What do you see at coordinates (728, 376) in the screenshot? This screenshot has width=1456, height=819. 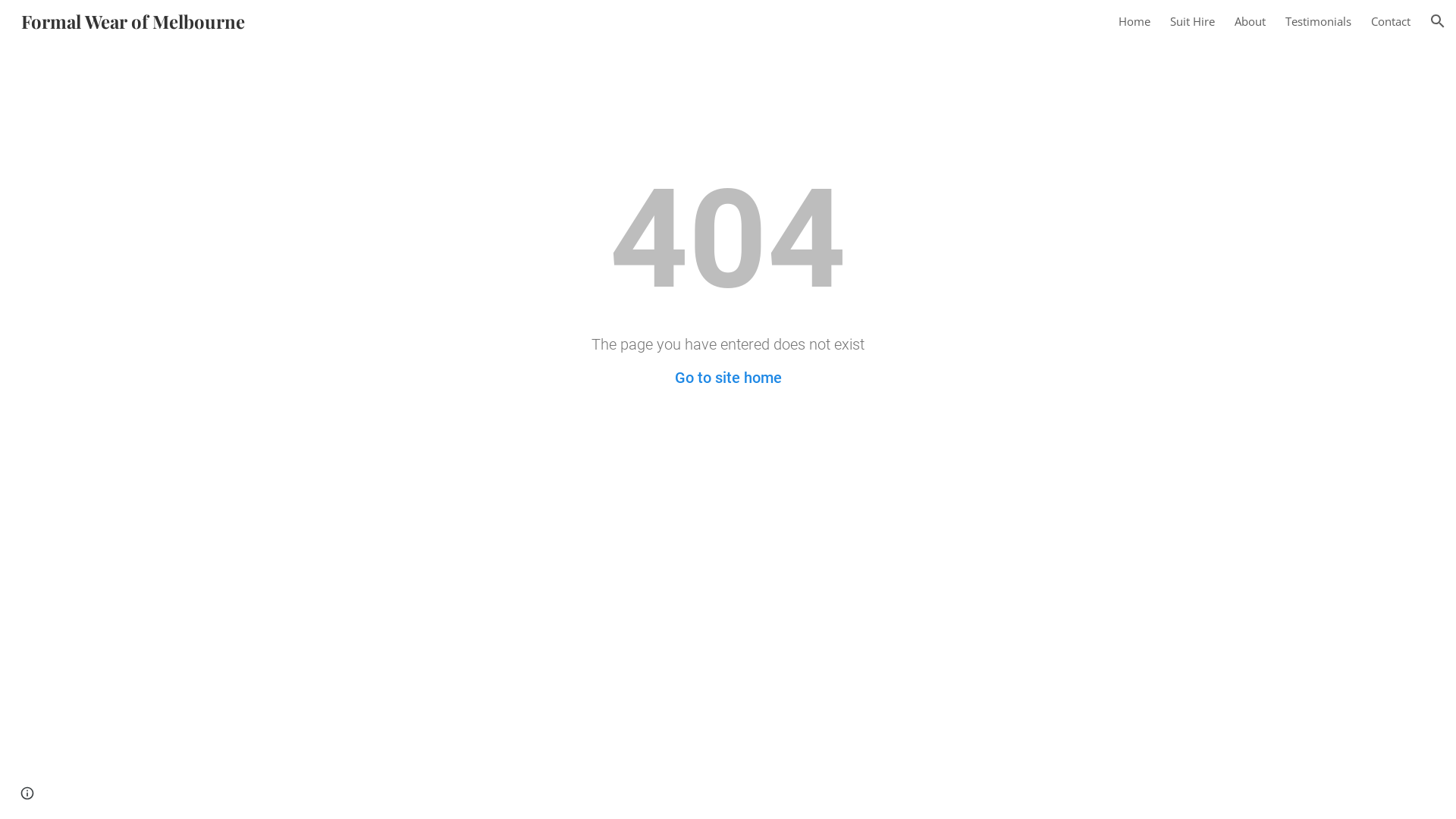 I see `'Go to site home'` at bounding box center [728, 376].